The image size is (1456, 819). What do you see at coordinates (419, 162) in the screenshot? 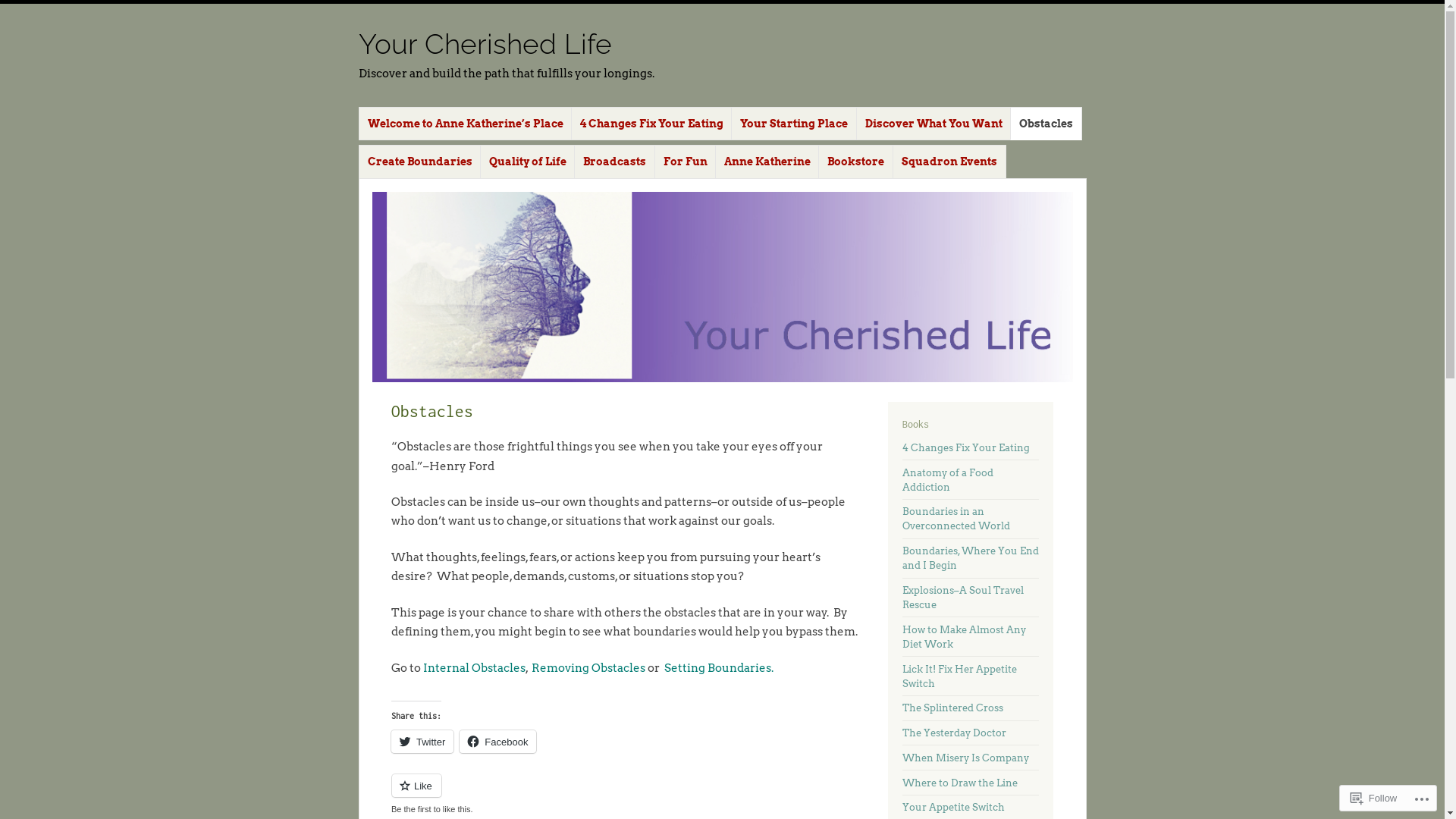
I see `'Create Boundaries'` at bounding box center [419, 162].